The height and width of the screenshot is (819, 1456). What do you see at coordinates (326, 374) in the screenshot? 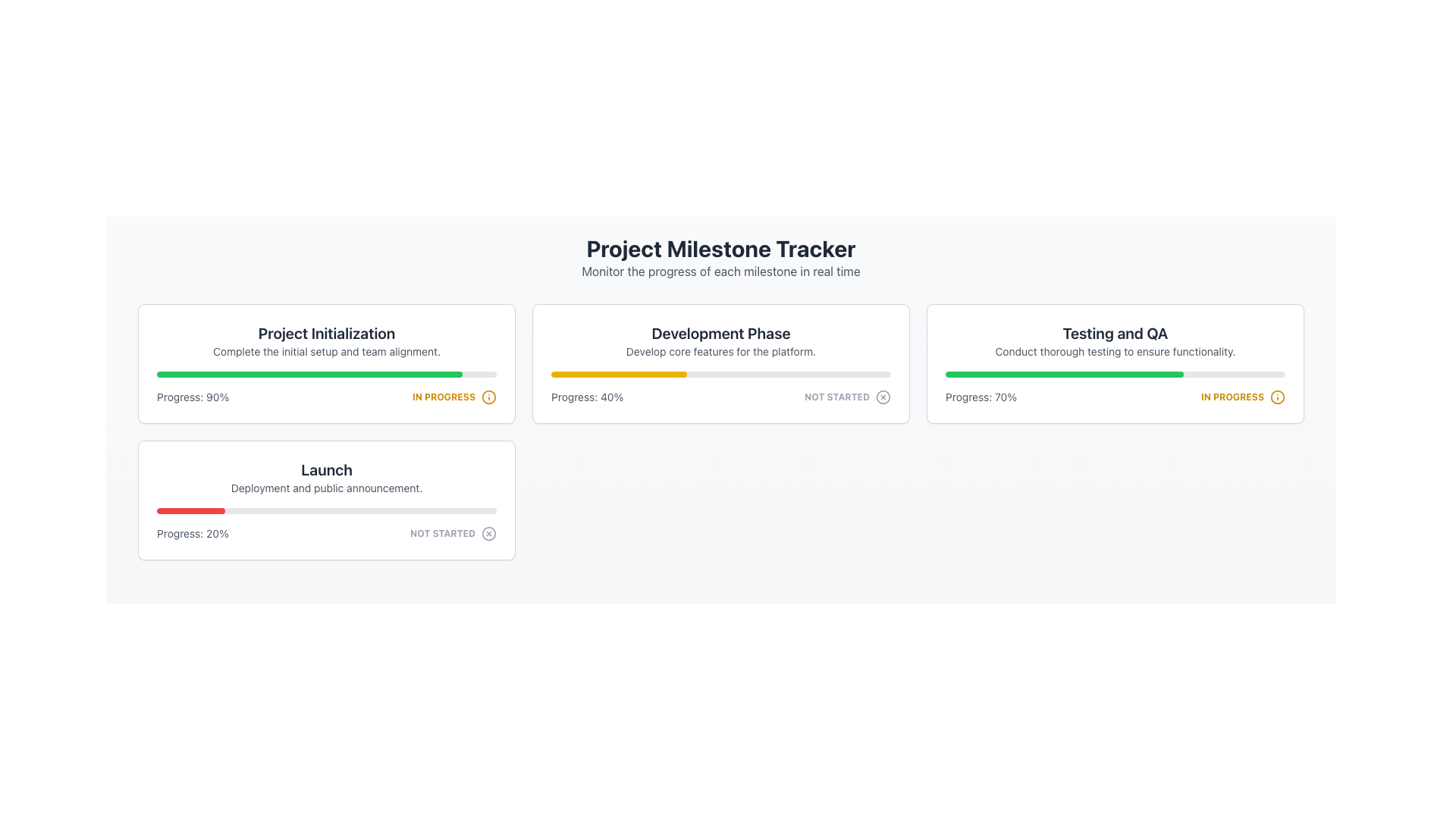
I see `the progress bar with a green background, which represents a 90% completion status, located within the 'Project Initialization' milestone card` at bounding box center [326, 374].